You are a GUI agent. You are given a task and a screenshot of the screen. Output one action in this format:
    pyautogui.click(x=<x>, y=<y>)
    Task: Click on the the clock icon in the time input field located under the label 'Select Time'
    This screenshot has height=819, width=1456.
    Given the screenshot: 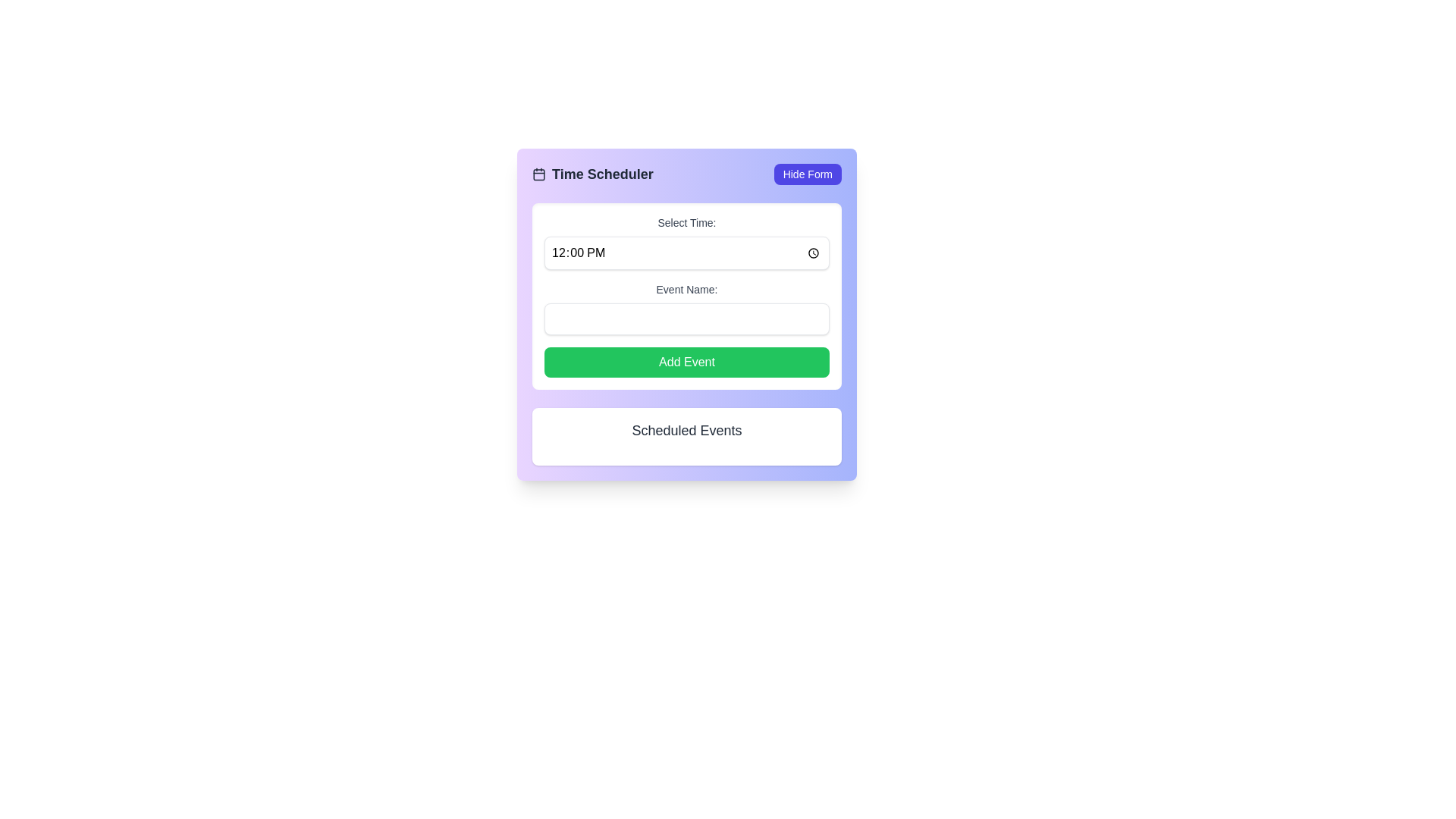 What is the action you would take?
    pyautogui.click(x=686, y=253)
    